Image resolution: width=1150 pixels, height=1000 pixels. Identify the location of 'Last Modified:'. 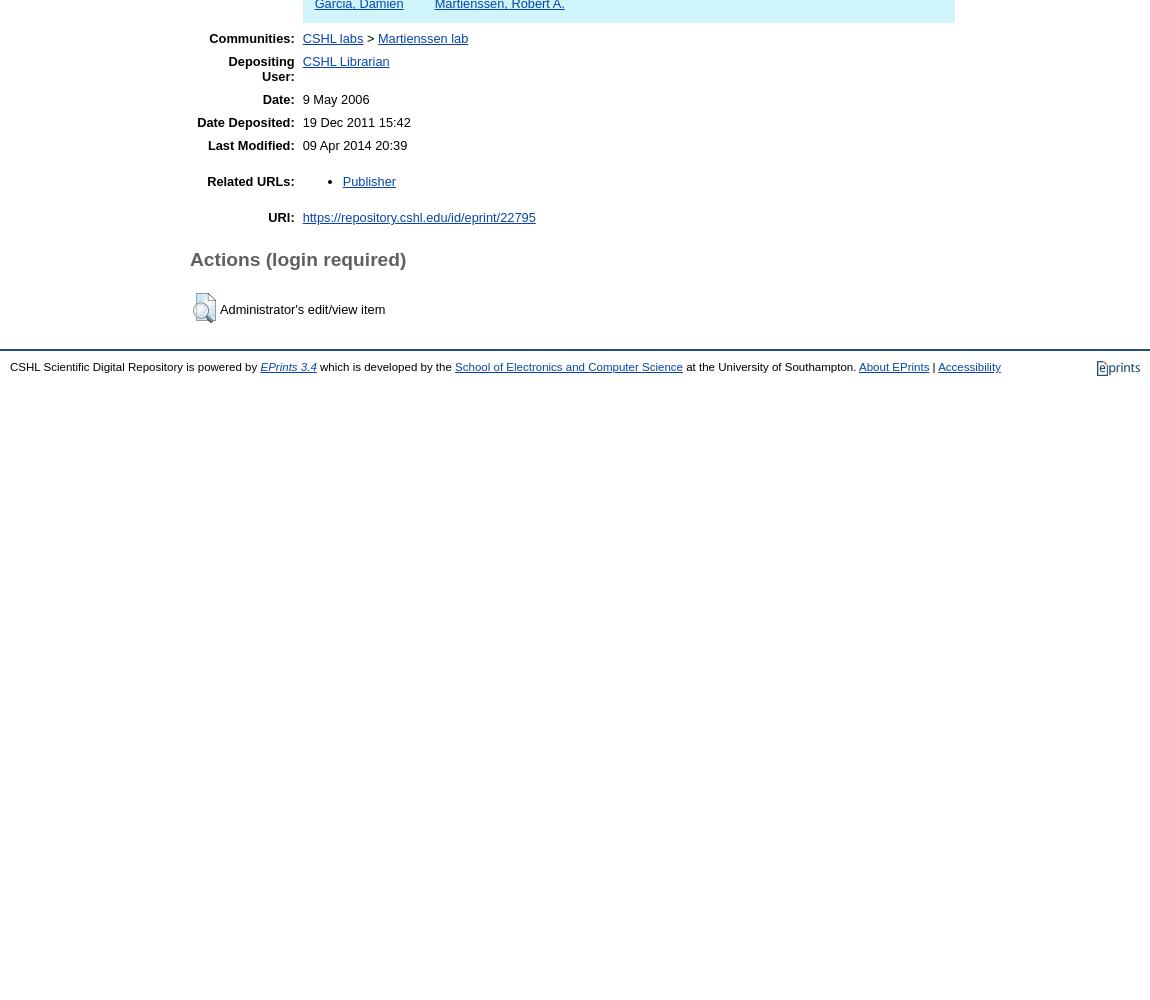
(249, 145).